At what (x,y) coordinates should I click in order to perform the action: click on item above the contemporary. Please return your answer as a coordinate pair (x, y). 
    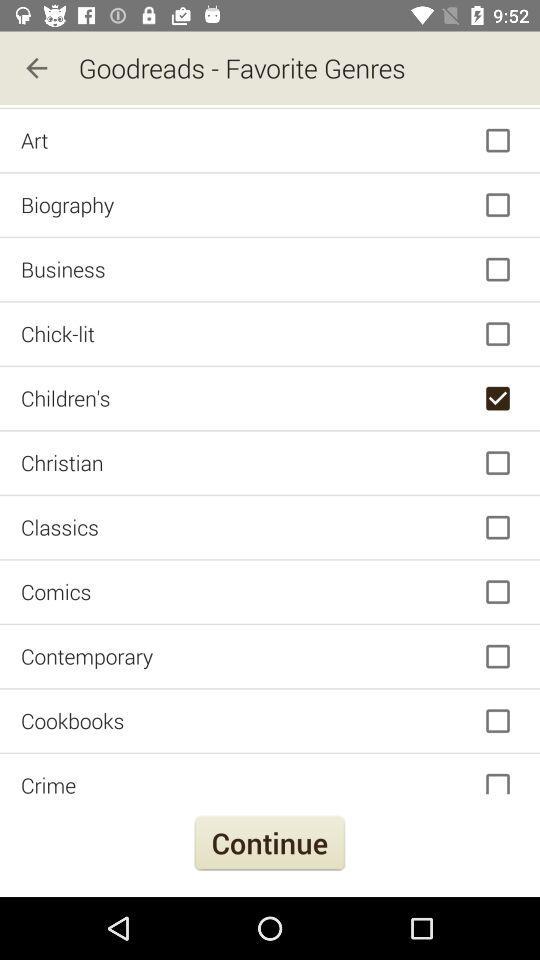
    Looking at the image, I should click on (270, 592).